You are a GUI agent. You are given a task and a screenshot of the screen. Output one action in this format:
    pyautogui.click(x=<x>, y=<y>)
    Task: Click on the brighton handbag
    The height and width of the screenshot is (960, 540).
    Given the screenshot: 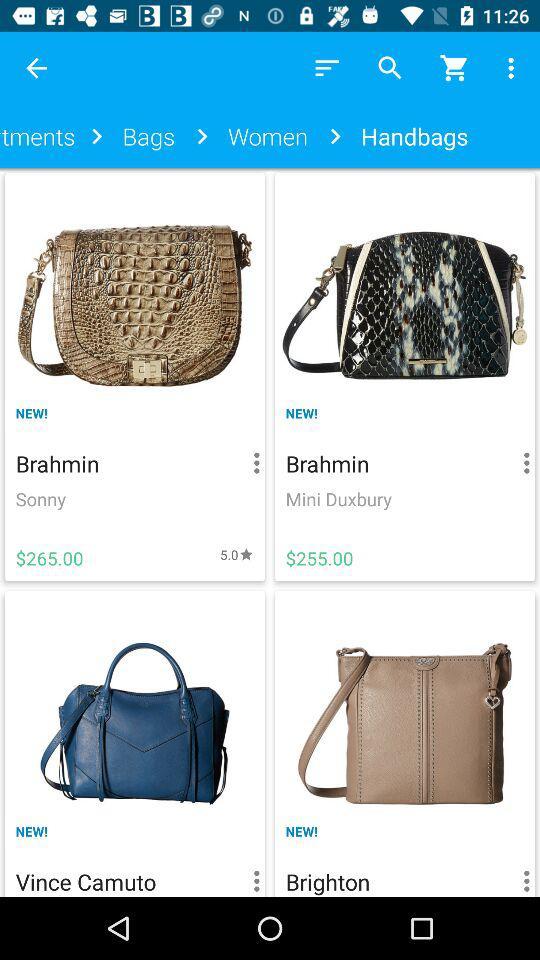 What is the action you would take?
    pyautogui.click(x=405, y=740)
    